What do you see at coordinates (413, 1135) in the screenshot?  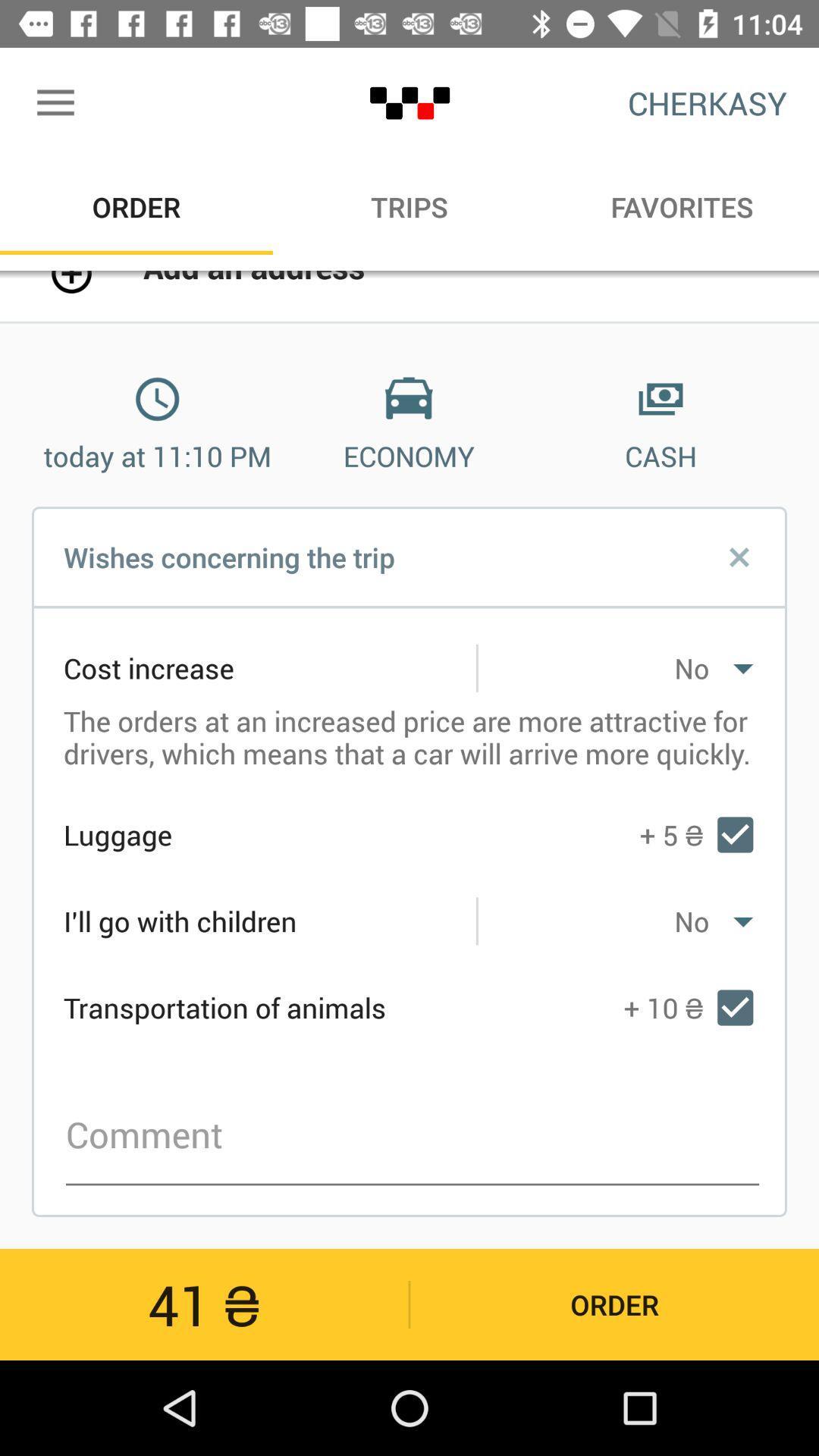 I see `type a comment` at bounding box center [413, 1135].